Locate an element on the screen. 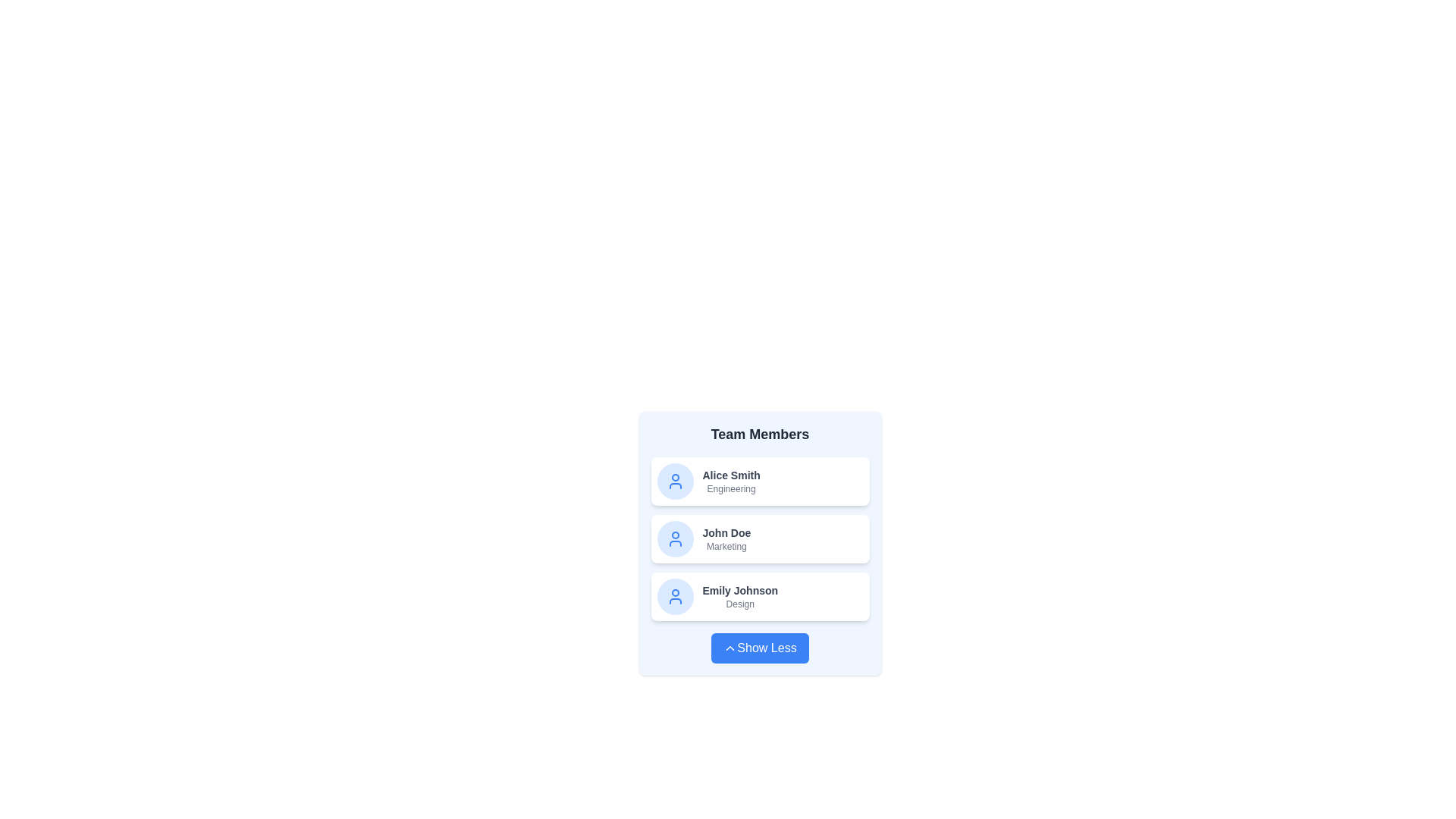 The width and height of the screenshot is (1456, 819). the third blue circular profile icon depicting a user profile silhouette in the 'Team Members' section, aligned with 'Emily Johnson Design' is located at coordinates (674, 595).